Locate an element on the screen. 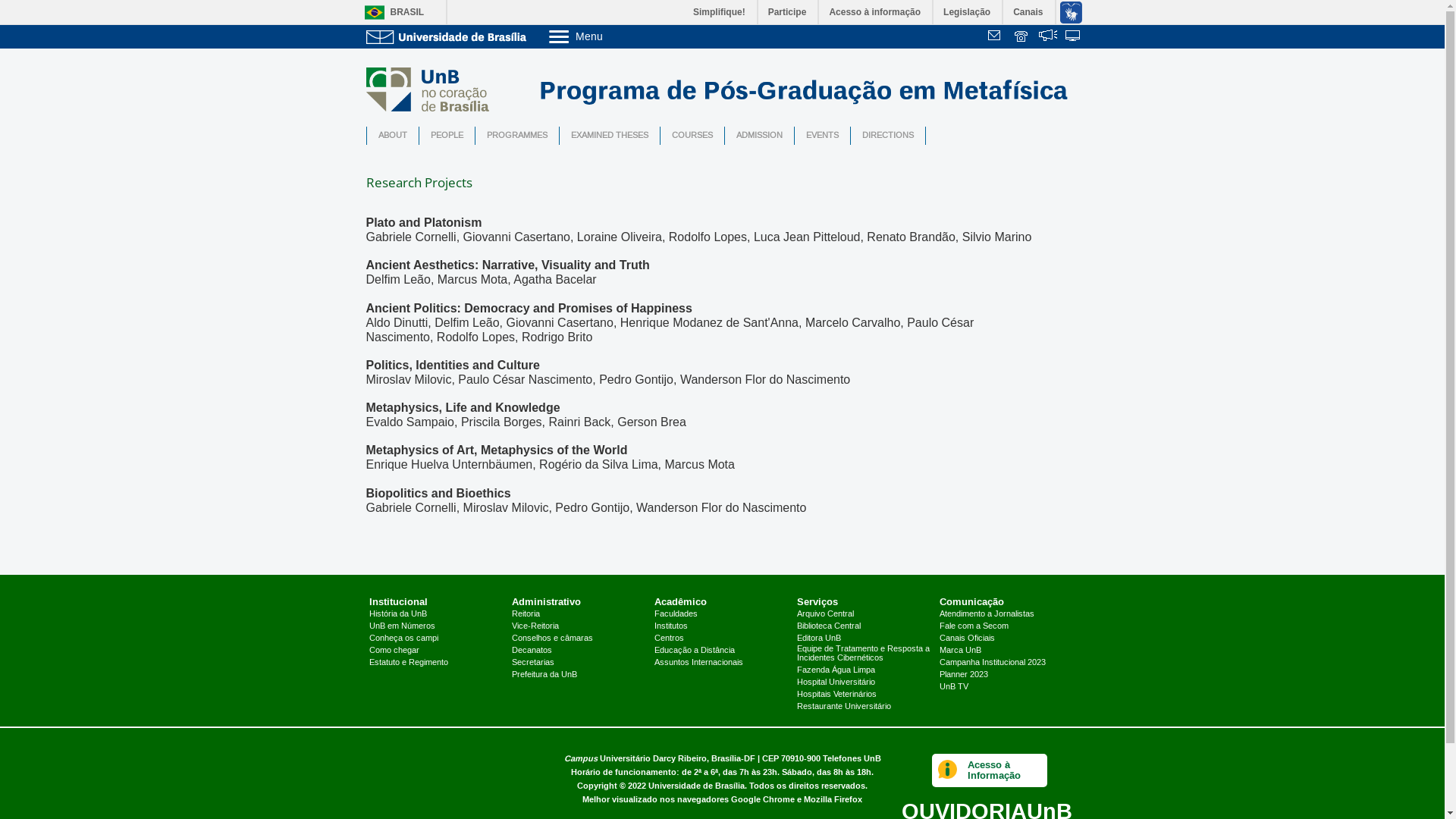 This screenshot has height=819, width=1456. 'Planner 2023' is located at coordinates (963, 674).